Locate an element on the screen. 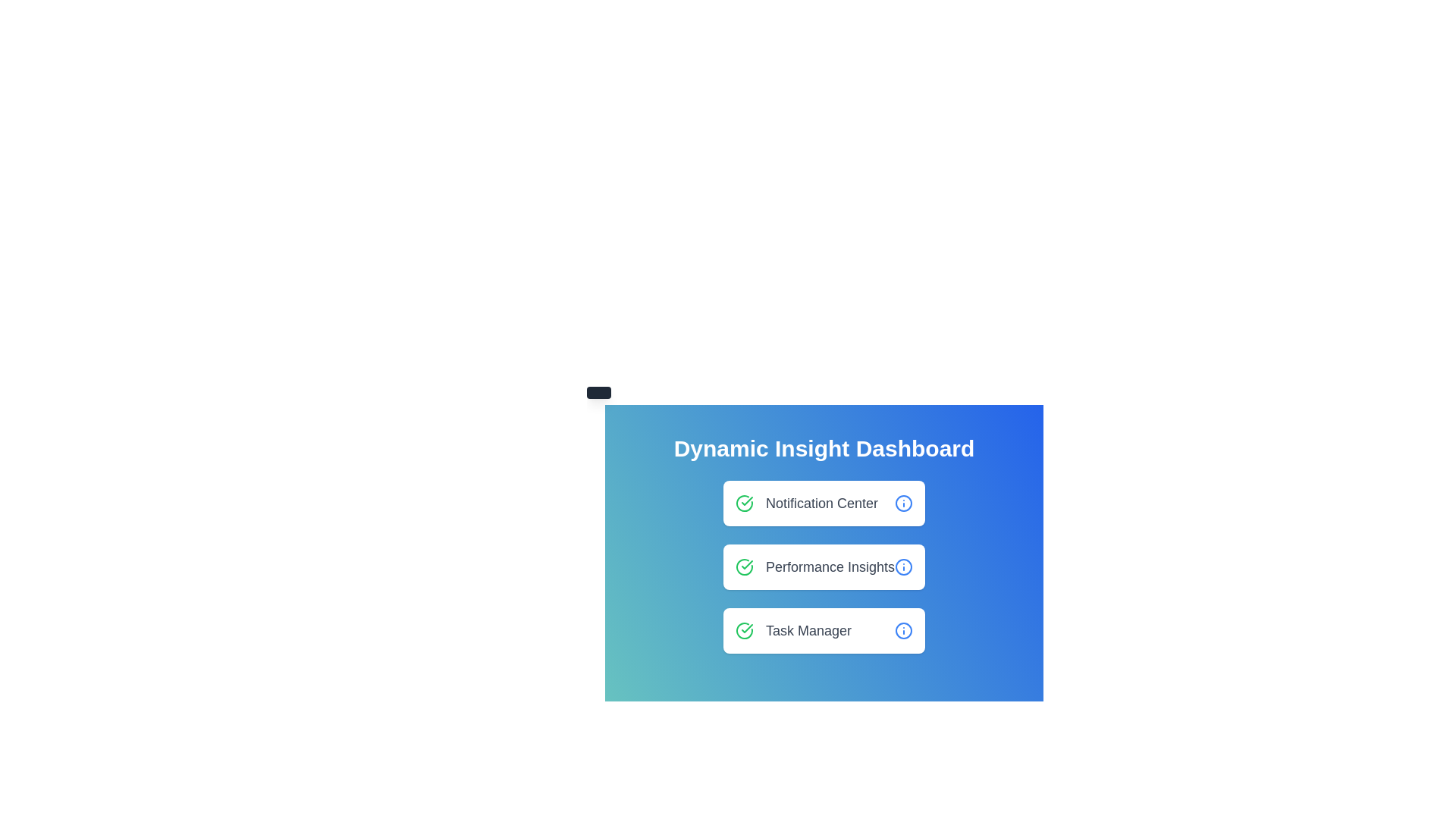 Image resolution: width=1456 pixels, height=819 pixels. the Information icon located to the right of the 'Task Manager' text is located at coordinates (903, 631).